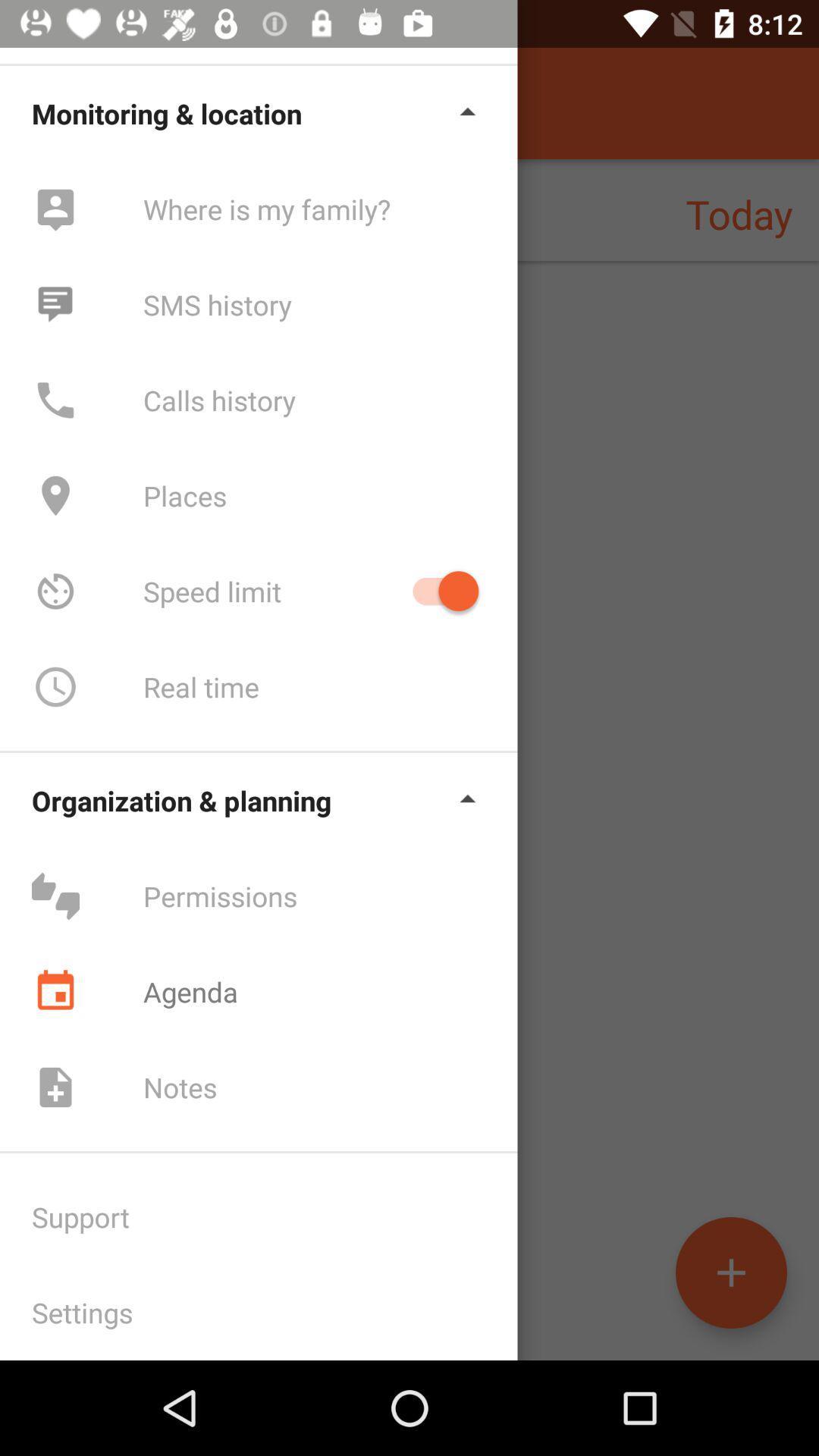  I want to click on the add icon, so click(730, 1272).